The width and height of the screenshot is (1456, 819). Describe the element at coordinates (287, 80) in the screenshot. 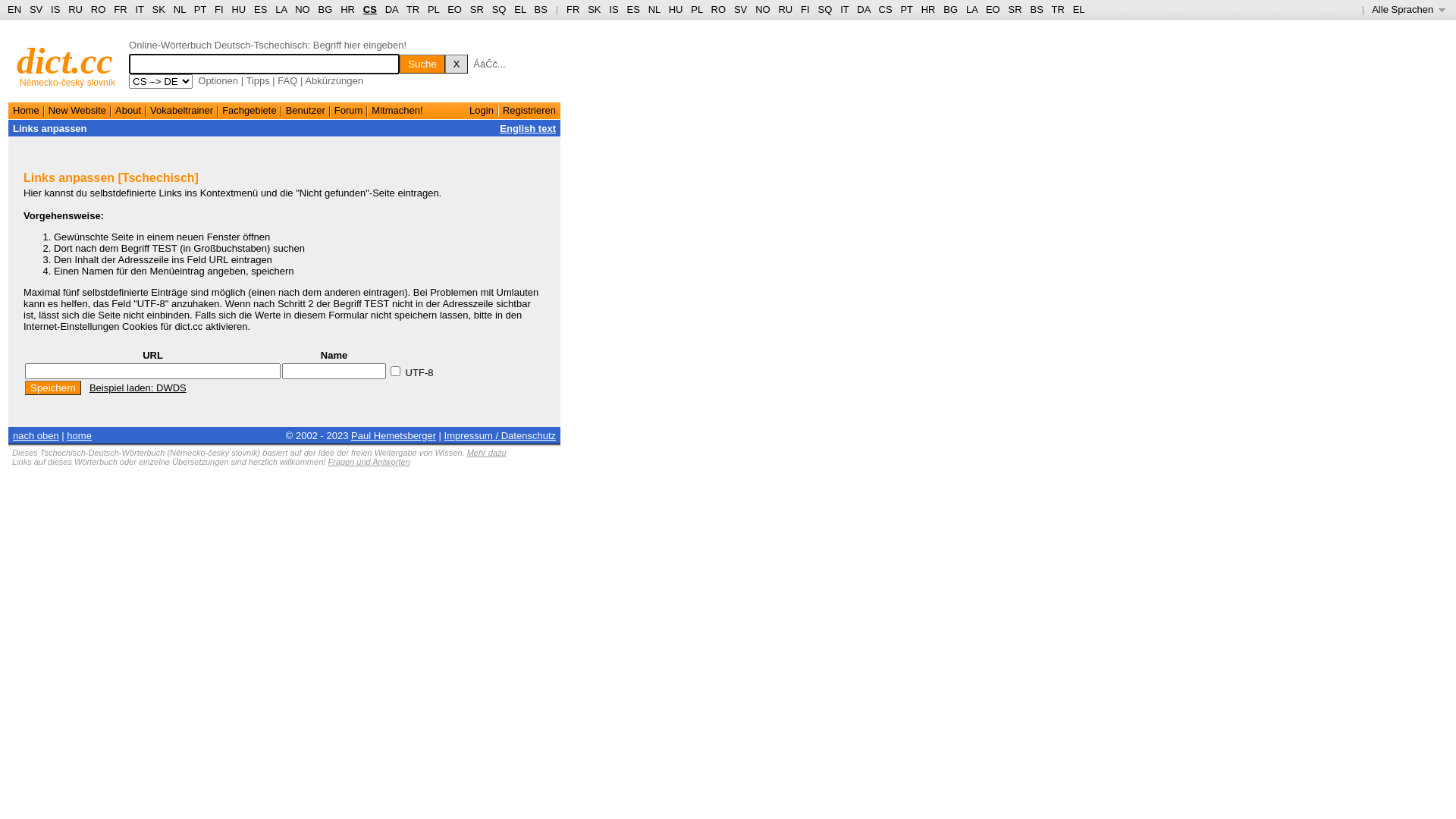

I see `'FAQ'` at that location.